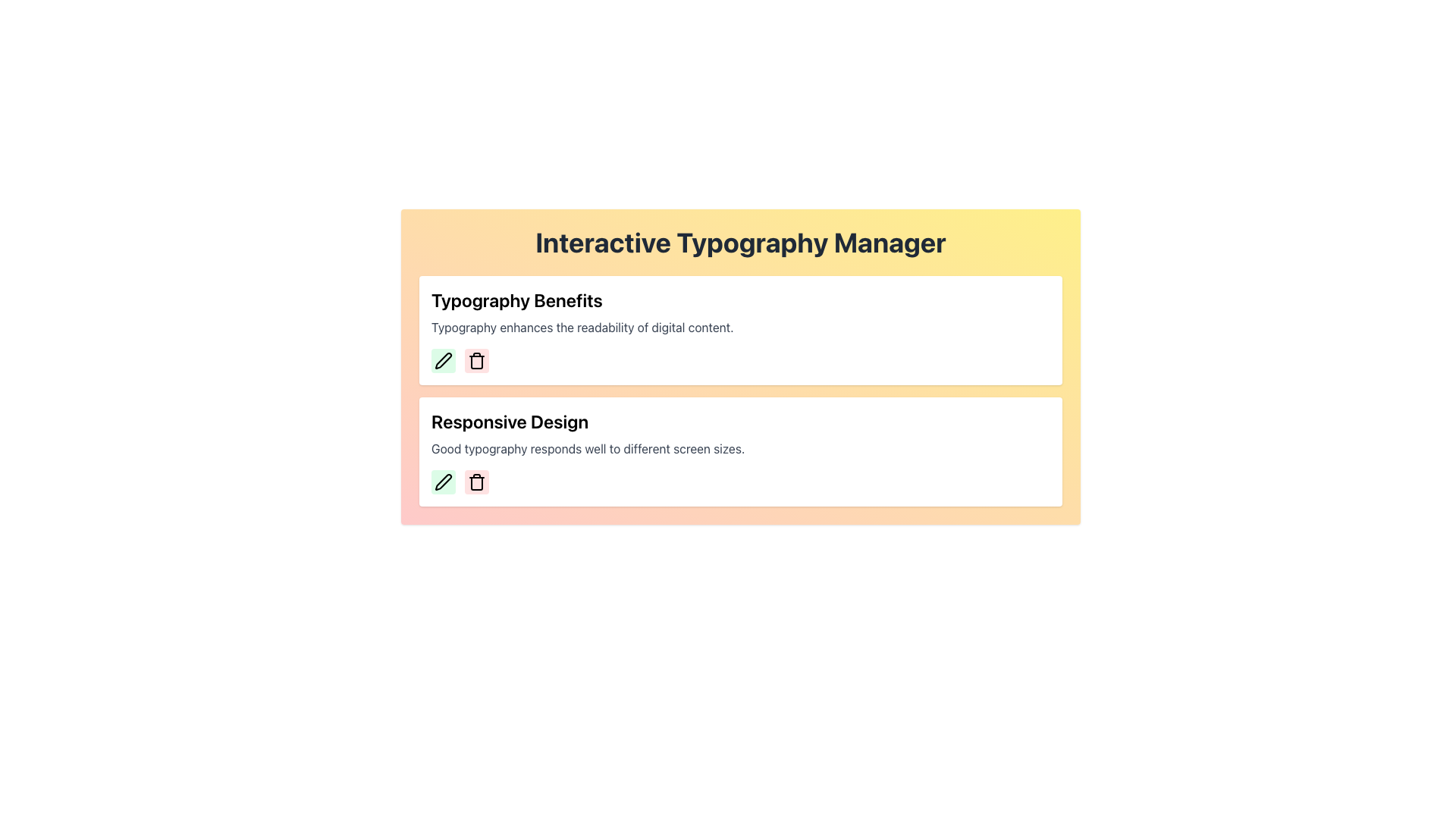 This screenshot has width=1456, height=819. Describe the element at coordinates (475, 360) in the screenshot. I see `the small rectangular button with rounded corners and a light red background, which contains a trash can icon and is located beneath the title 'Typography Benefits'` at that location.